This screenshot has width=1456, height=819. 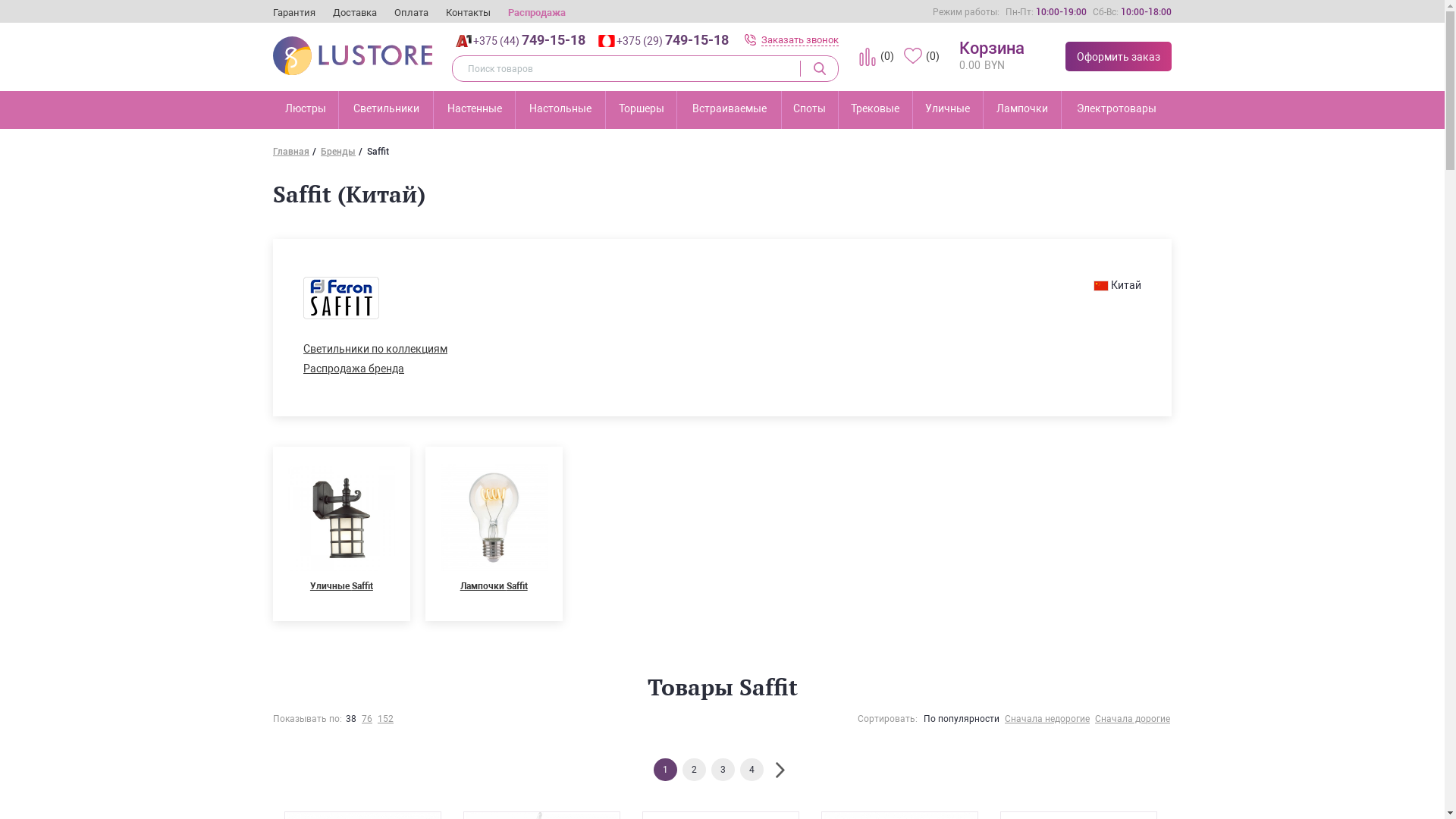 I want to click on '4', so click(x=739, y=769).